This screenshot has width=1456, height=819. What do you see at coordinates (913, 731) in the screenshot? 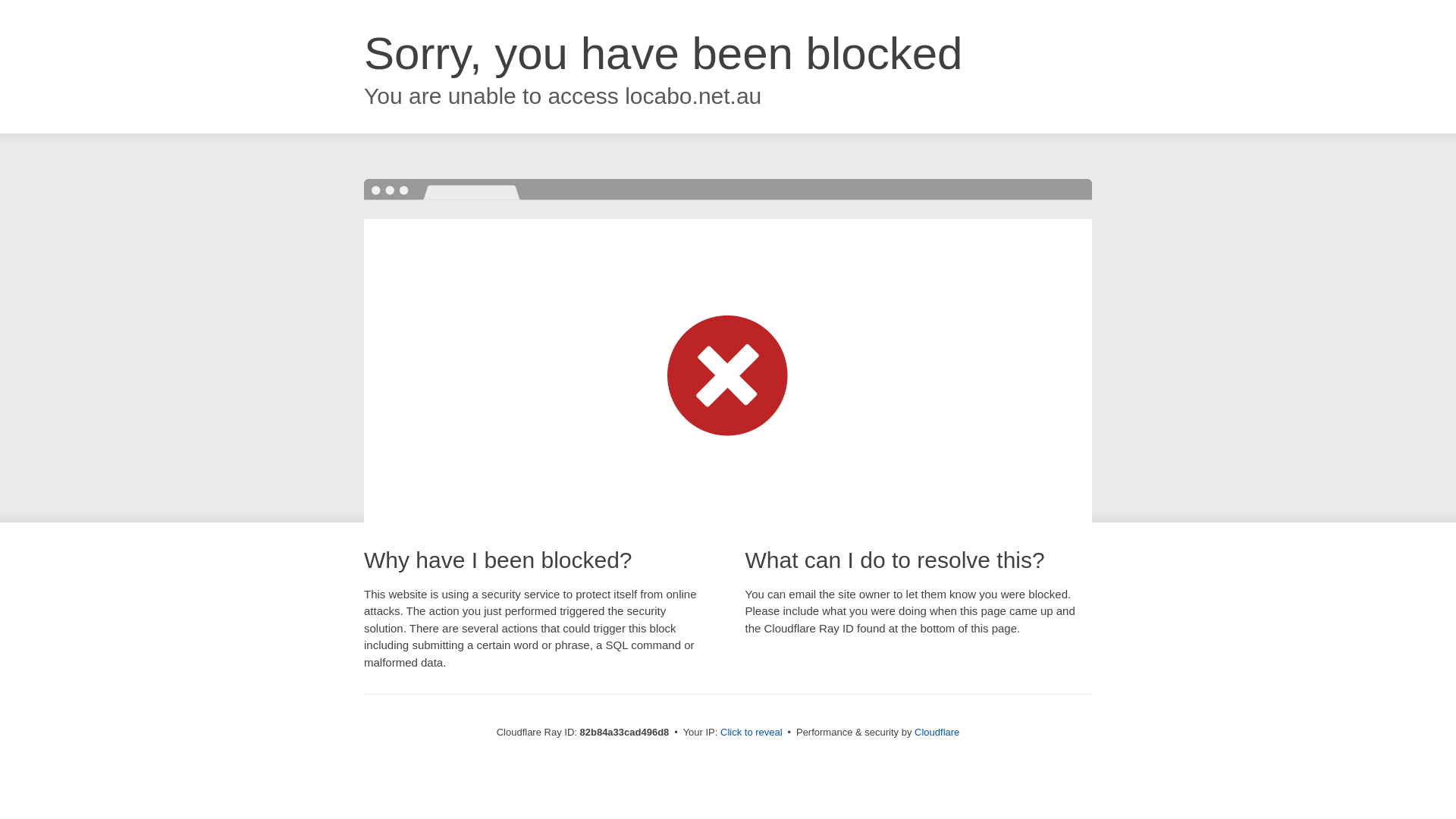
I see `'Cloudflare'` at bounding box center [913, 731].